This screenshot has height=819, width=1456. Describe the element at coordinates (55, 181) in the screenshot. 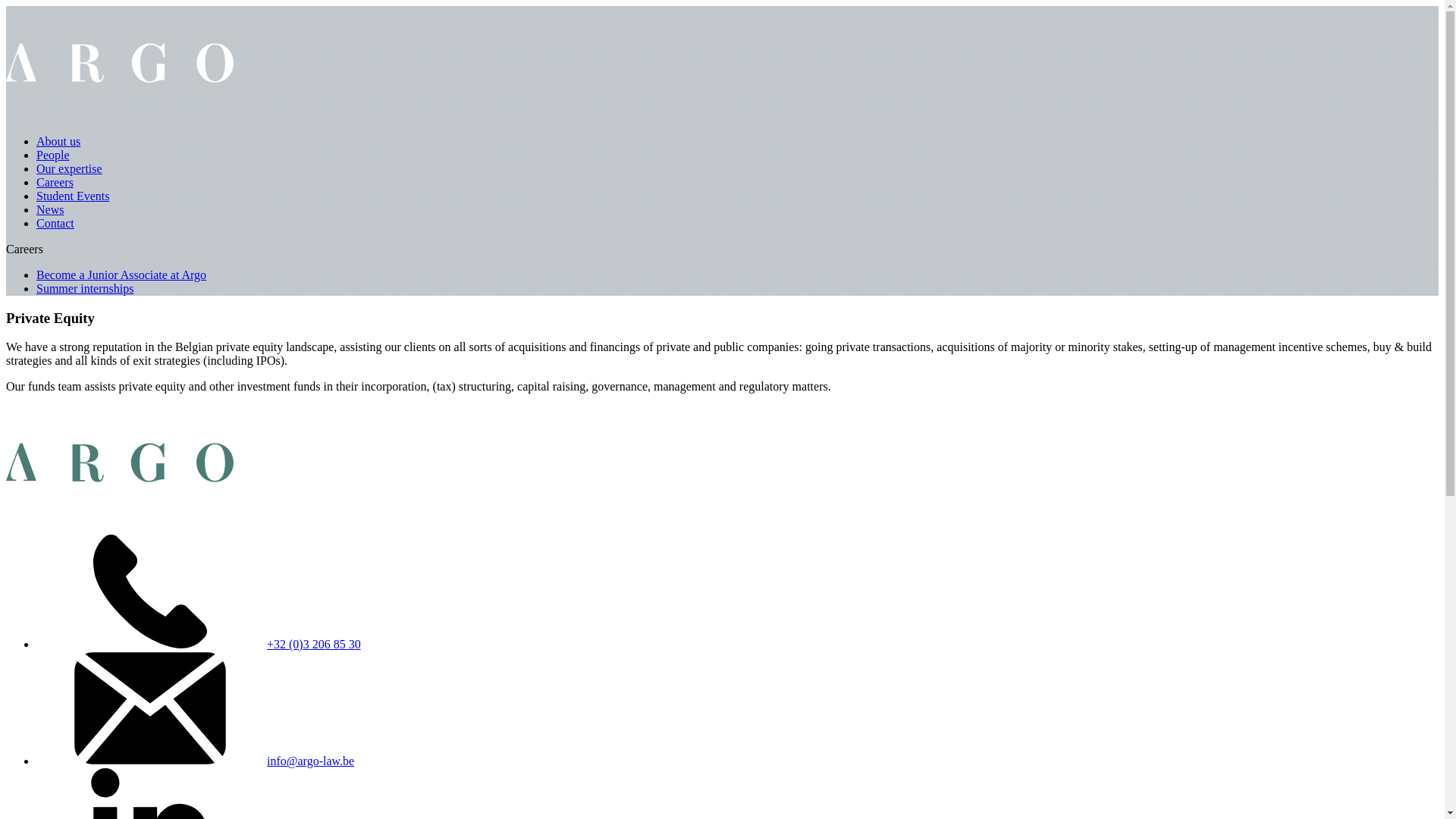

I see `'Careers'` at that location.